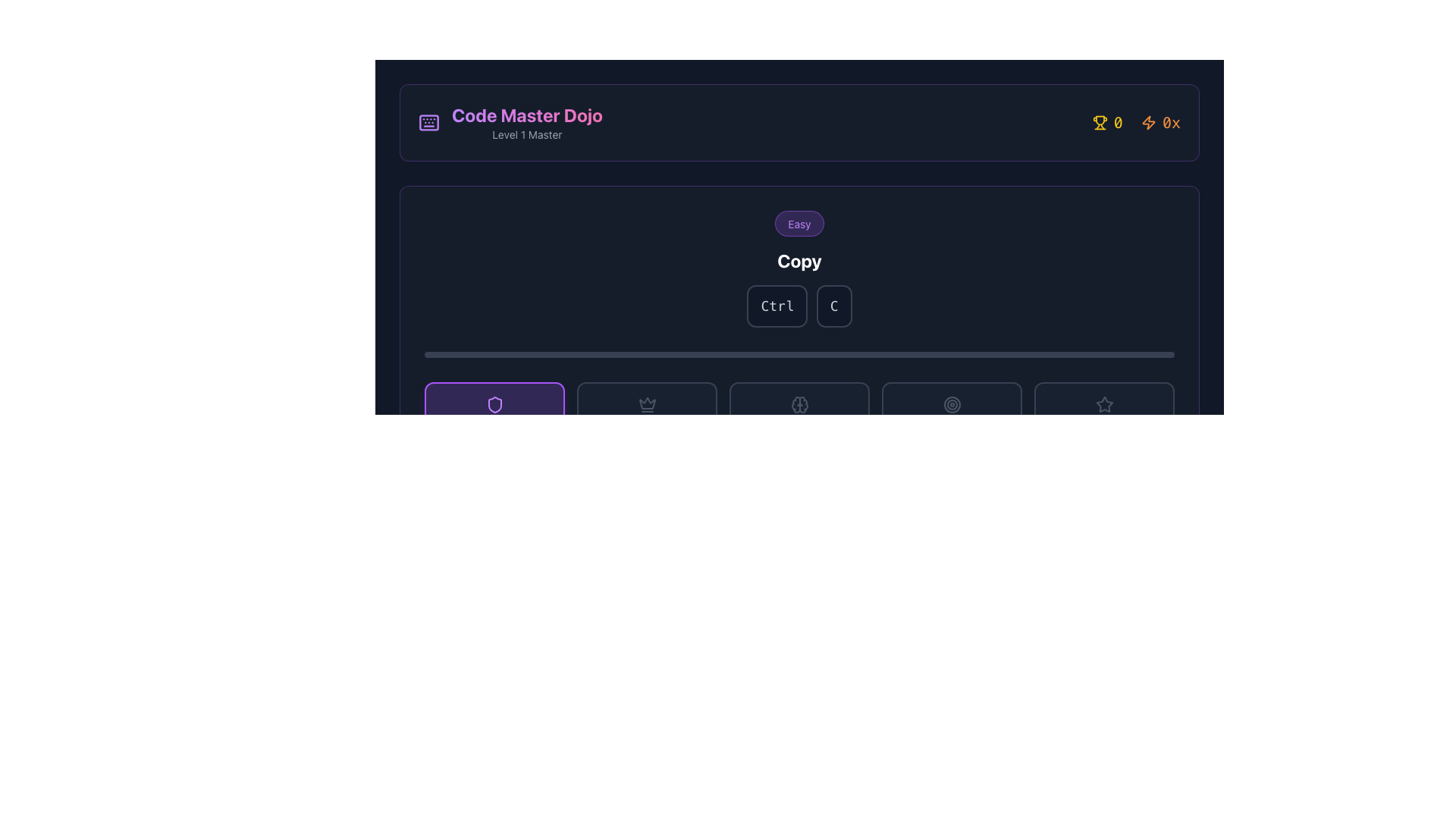  I want to click on the static text element that displays a score or count, located in the top-right section of the interface, which is styled for display purposes, so click(1118, 122).